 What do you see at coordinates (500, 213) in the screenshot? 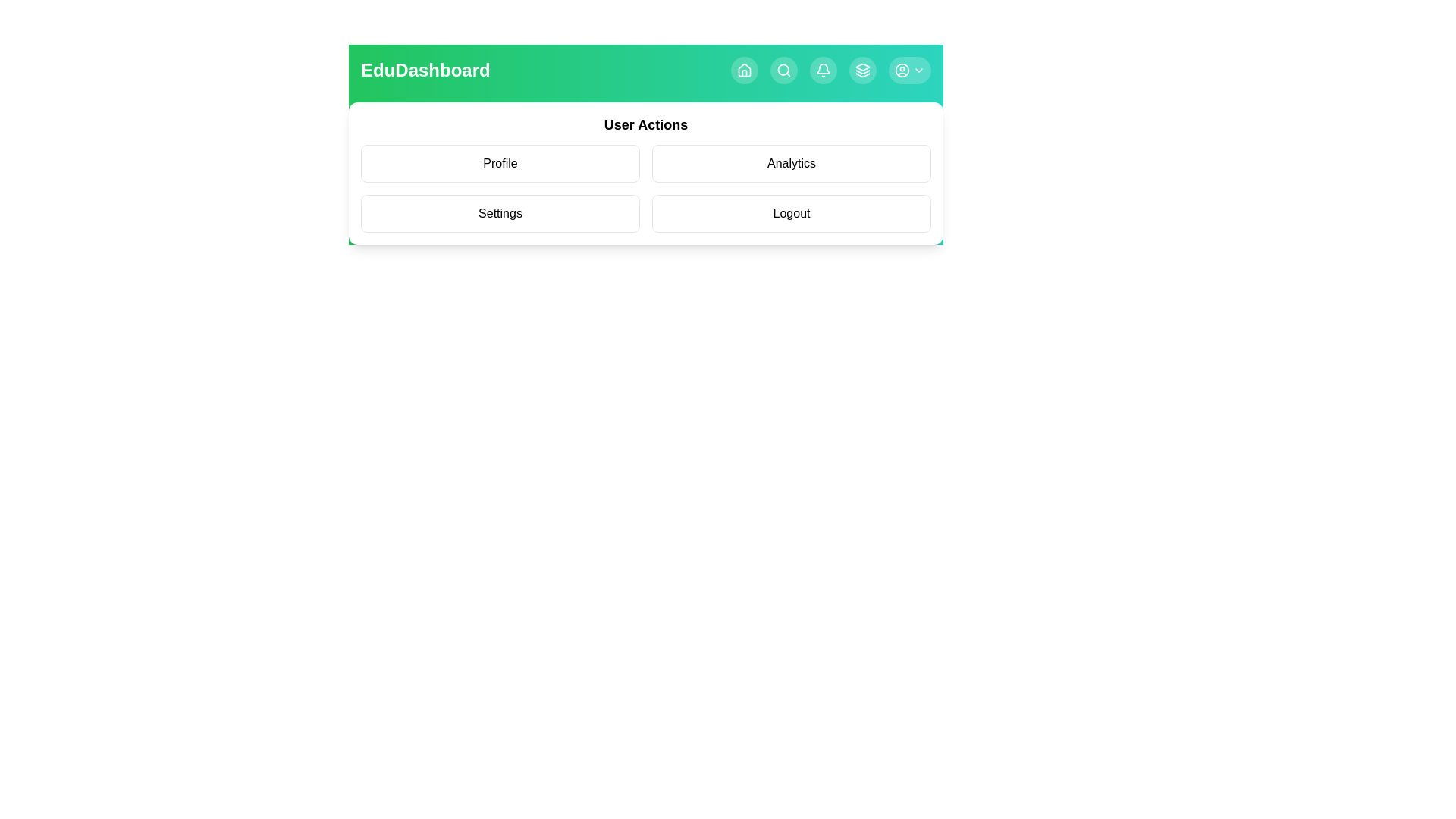
I see `the user action item Settings from the menu` at bounding box center [500, 213].